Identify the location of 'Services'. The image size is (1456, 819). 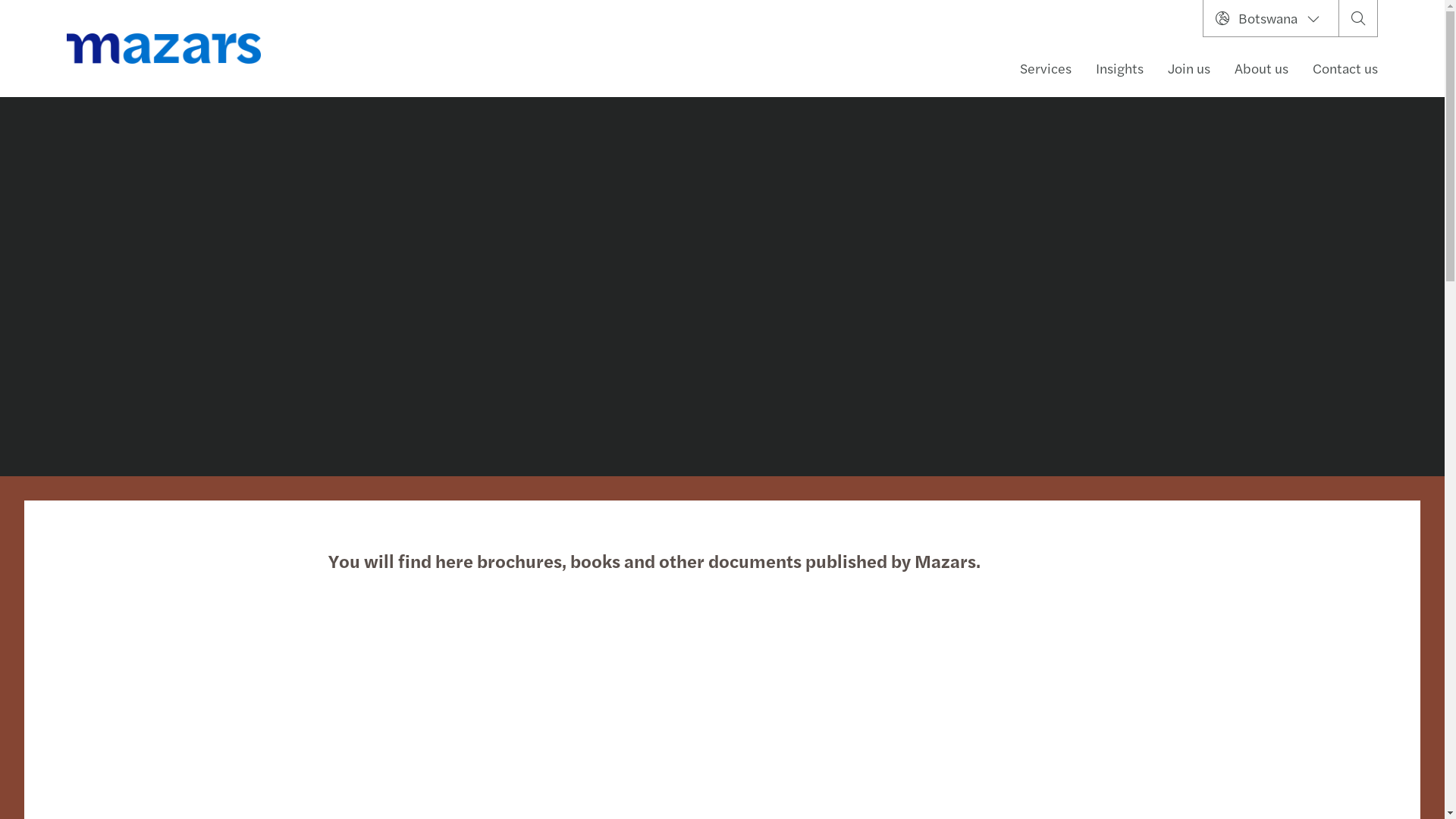
(1008, 67).